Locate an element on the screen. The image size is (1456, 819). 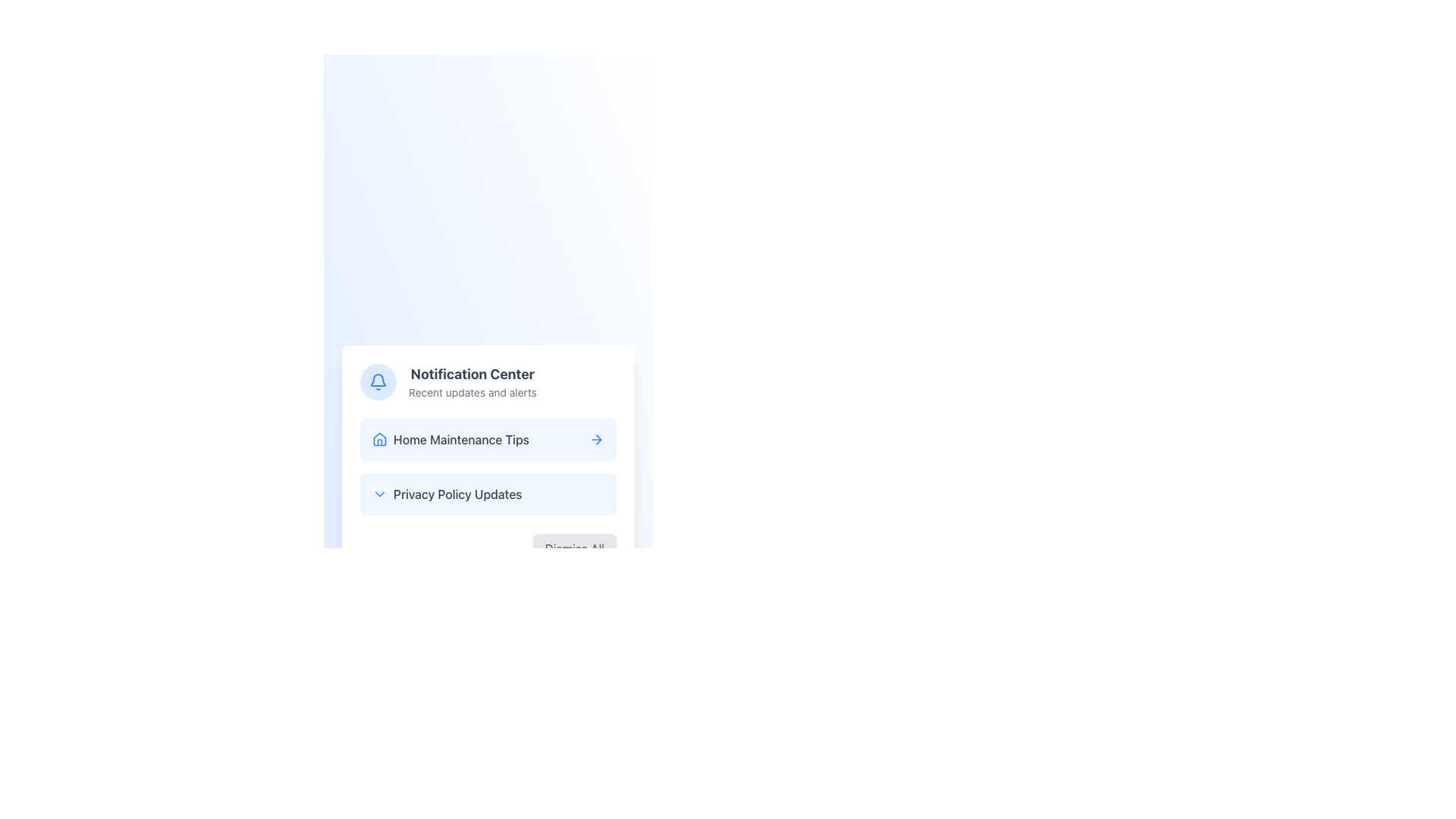
the Text Label that serves as a title for the notifications and updates section, located at the top-left area of the notification panel is located at coordinates (472, 374).